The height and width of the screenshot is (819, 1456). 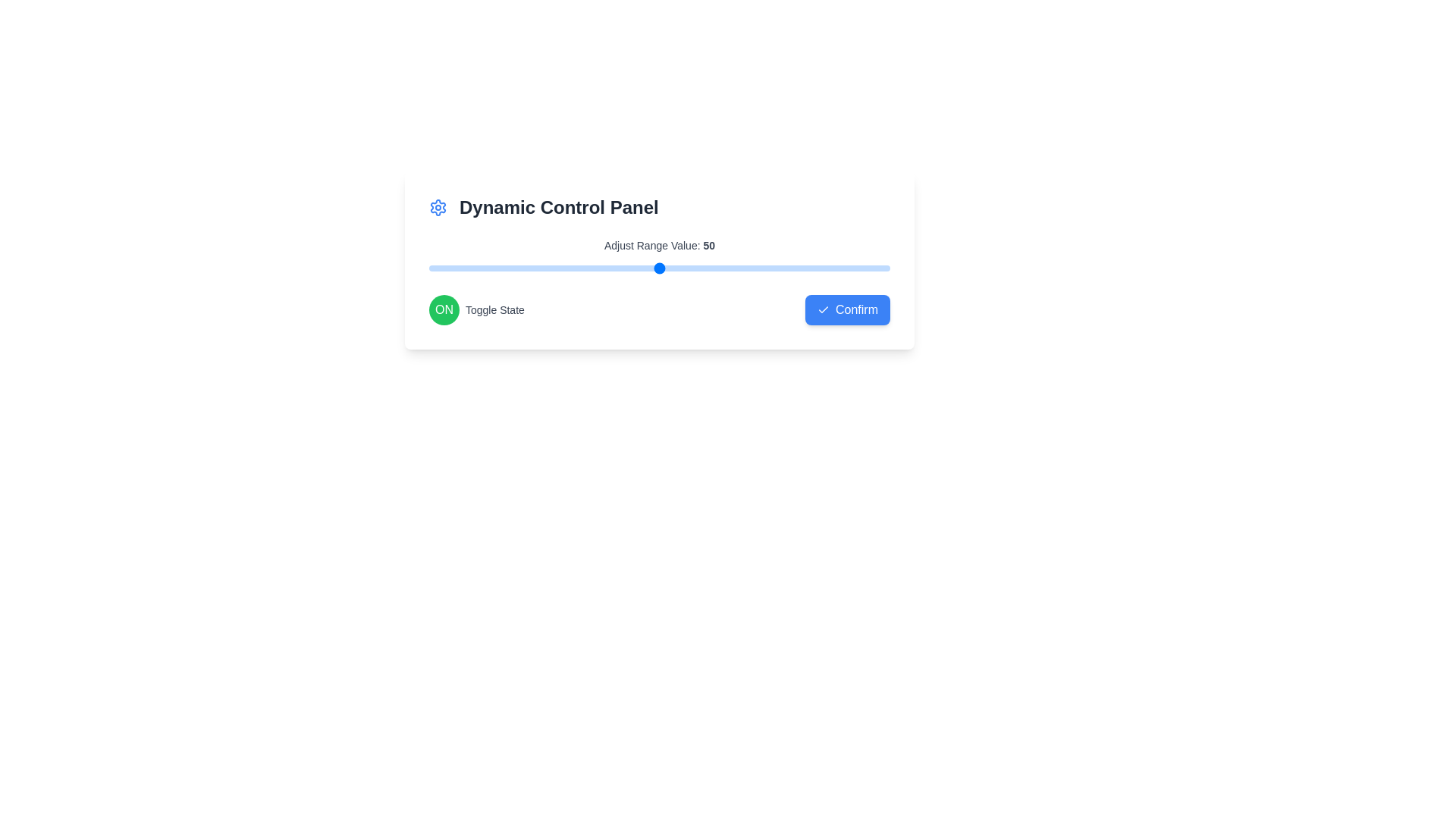 I want to click on the checkmark icon that visually reinforces the 'Confirm' button, located on the left side of the button in the lower right section of the interface, so click(x=822, y=309).